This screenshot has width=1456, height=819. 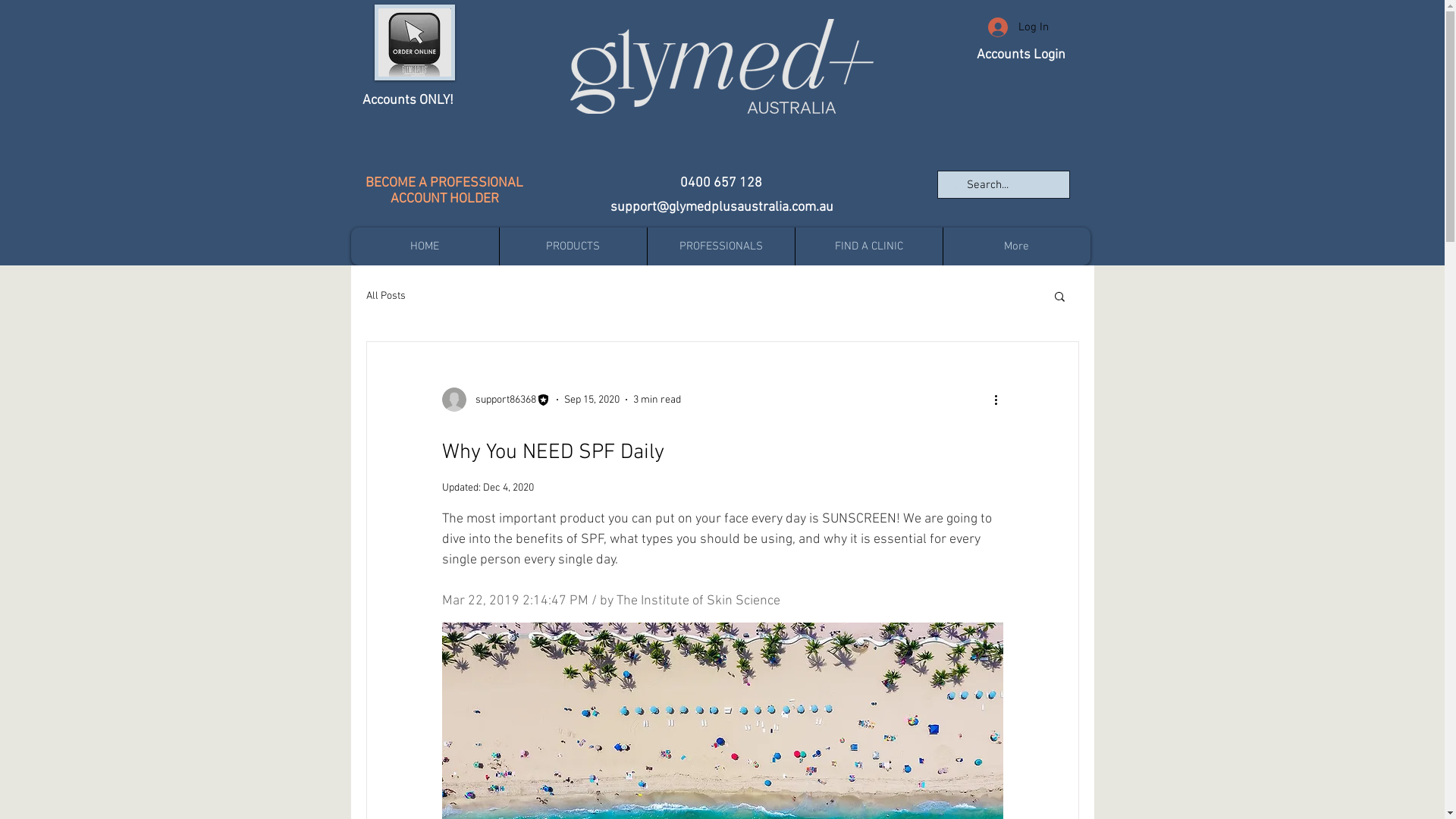 What do you see at coordinates (424, 245) in the screenshot?
I see `'HOME'` at bounding box center [424, 245].